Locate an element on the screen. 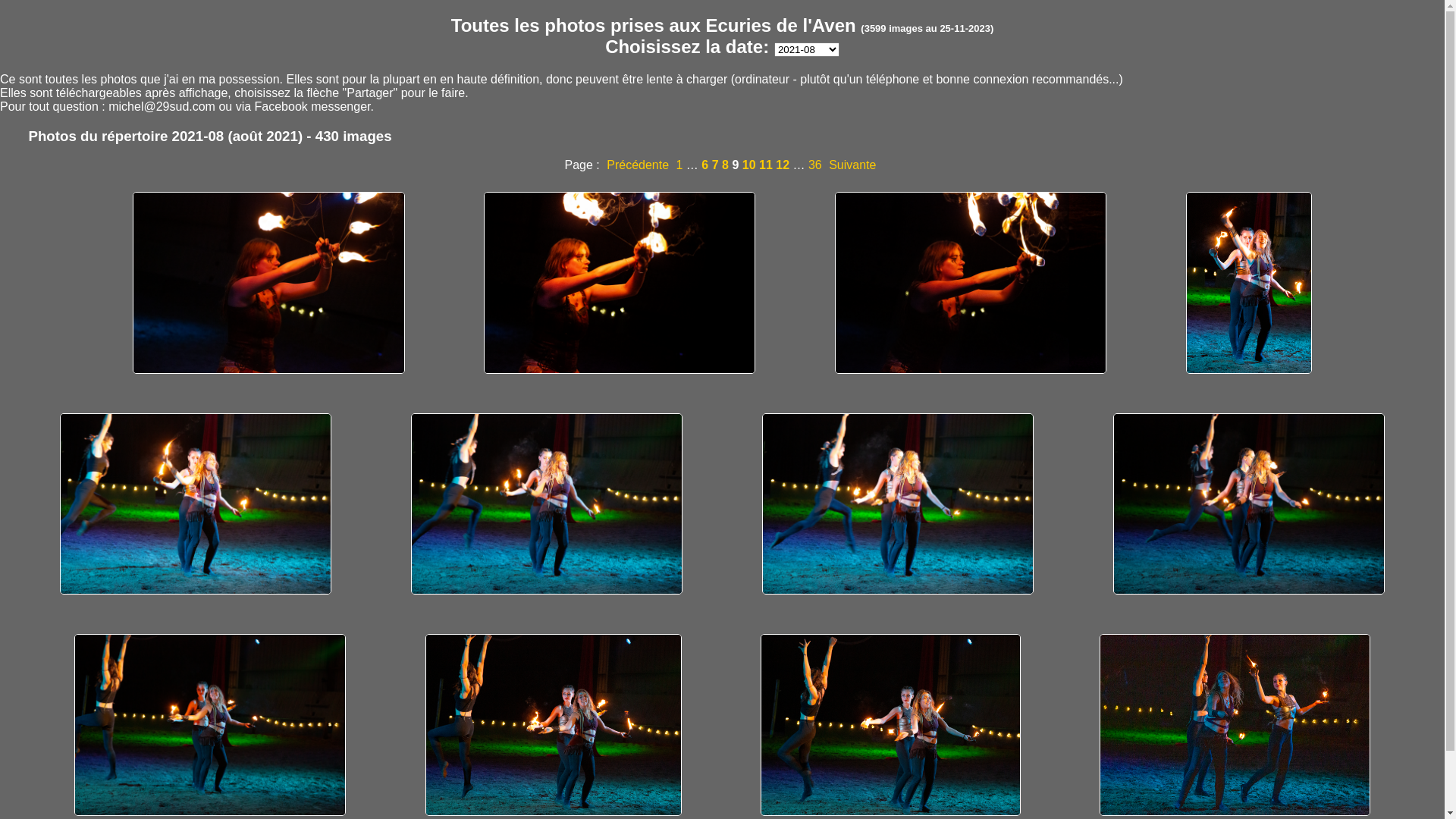  '36' is located at coordinates (814, 165).